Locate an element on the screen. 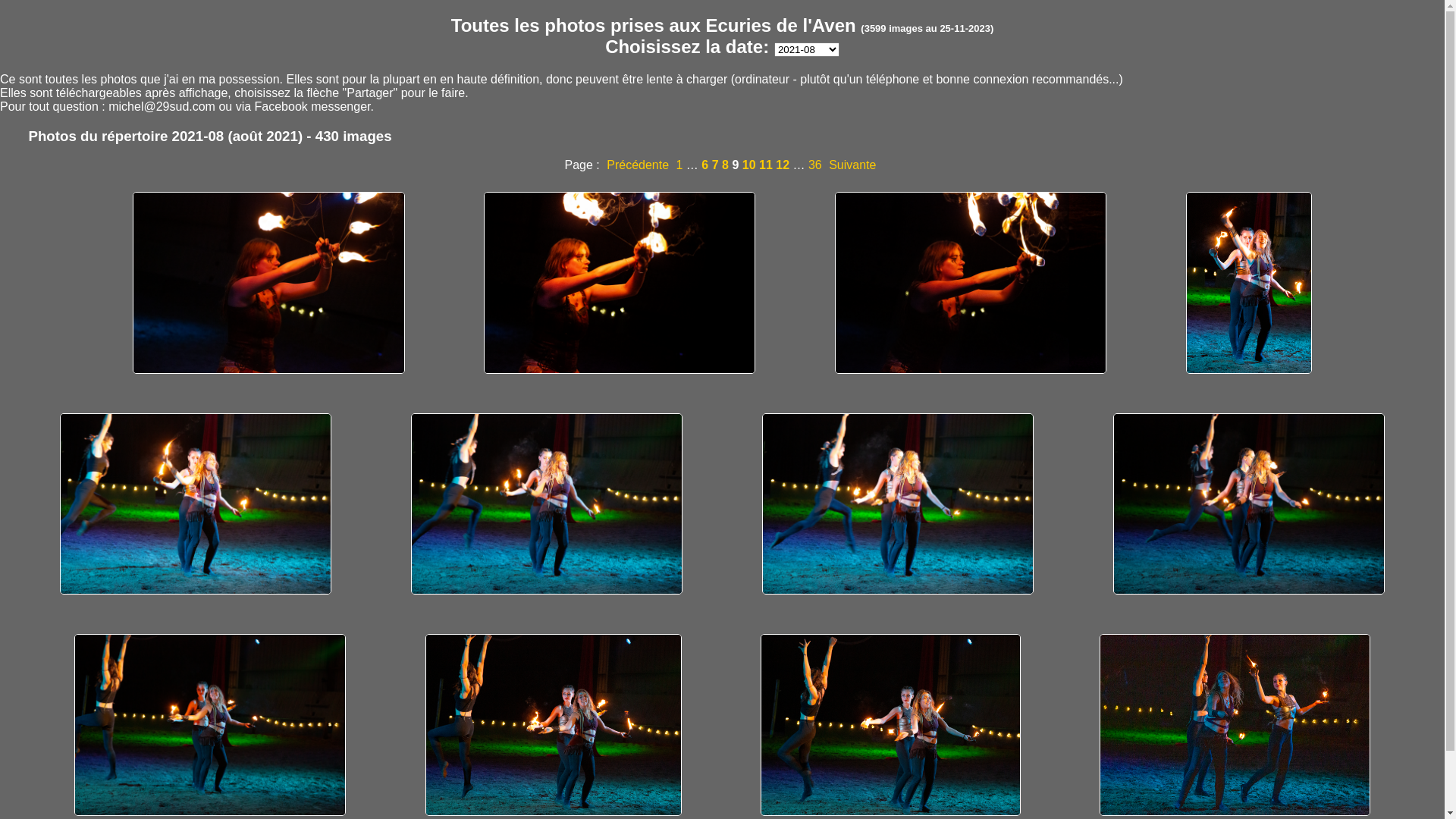  '36' is located at coordinates (814, 165).